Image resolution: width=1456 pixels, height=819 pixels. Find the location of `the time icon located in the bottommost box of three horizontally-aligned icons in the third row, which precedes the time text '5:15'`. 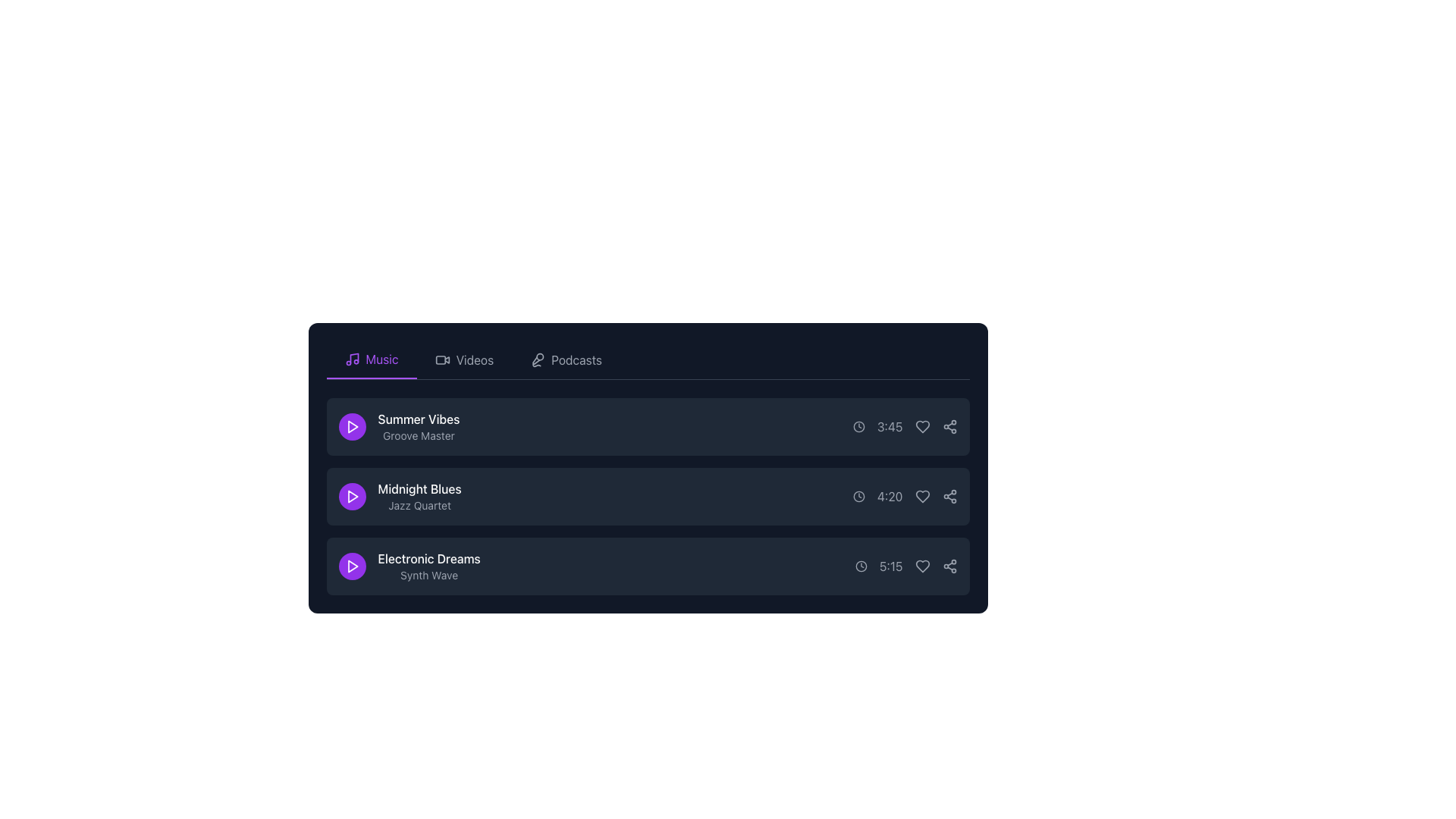

the time icon located in the bottommost box of three horizontally-aligned icons in the third row, which precedes the time text '5:15' is located at coordinates (861, 566).